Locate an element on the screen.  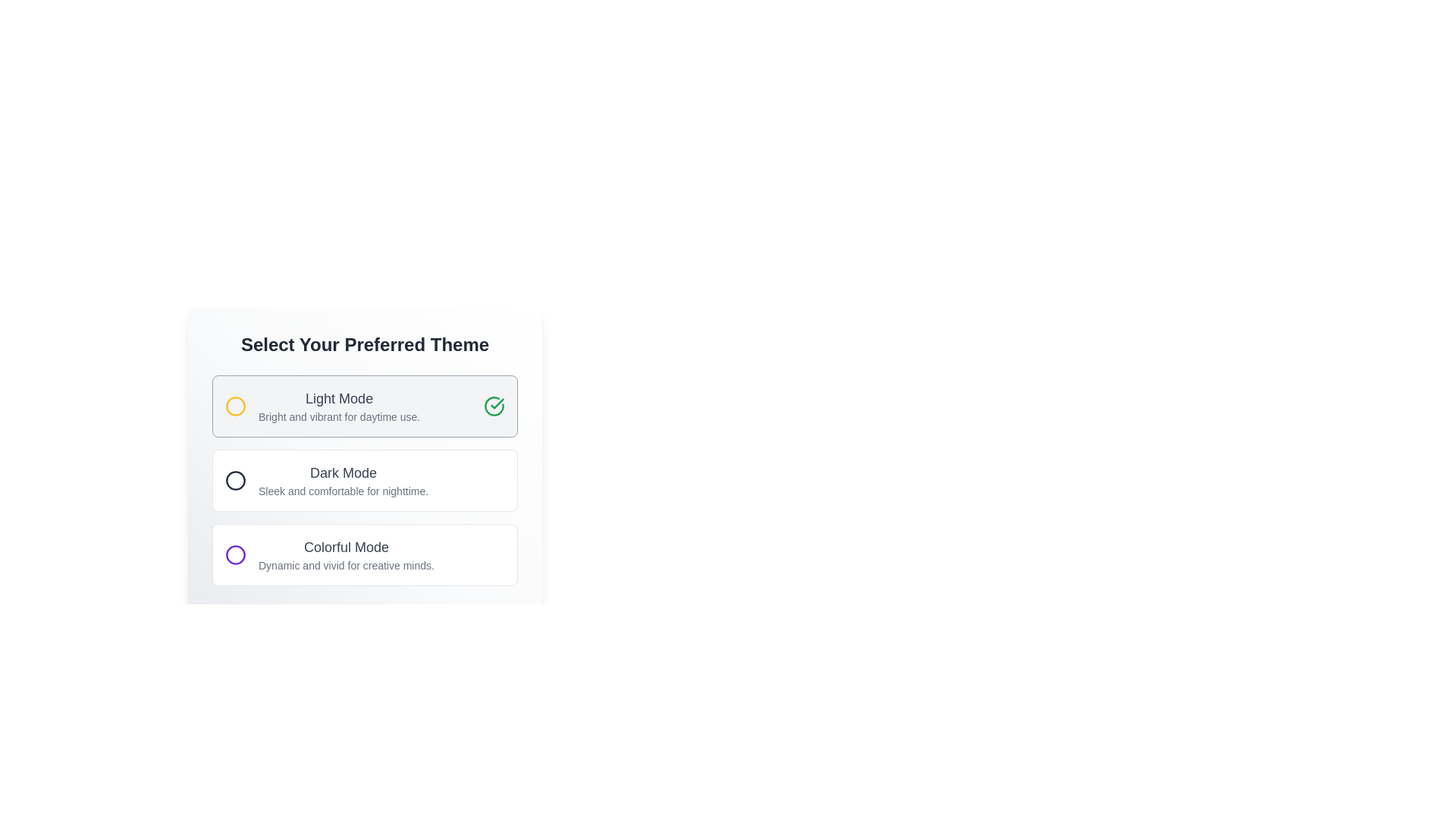
the heading element styled in bold typography with the text 'Select Your Preferred Theme' located at the upper center of the card layout is located at coordinates (365, 345).